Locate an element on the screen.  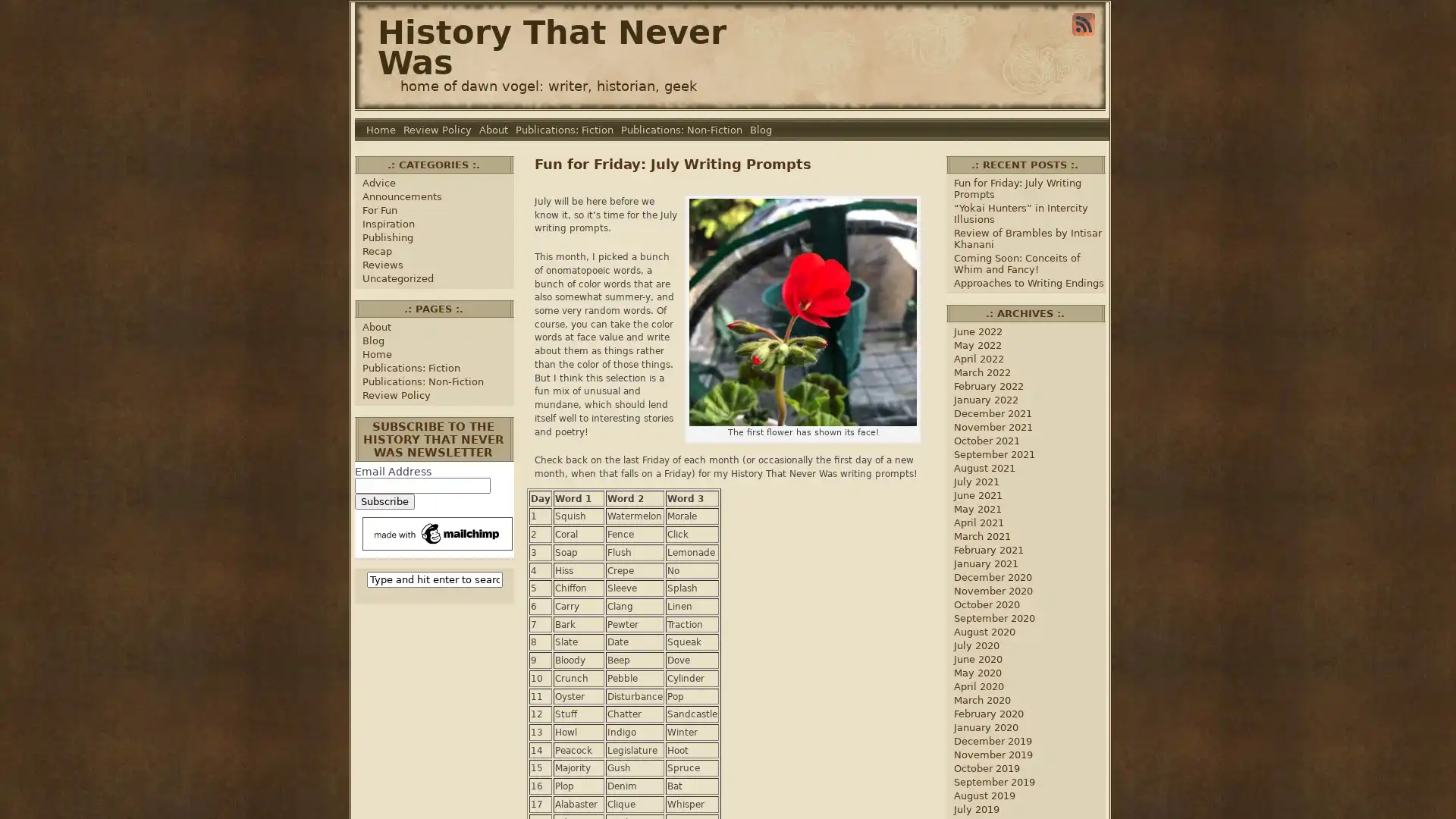
Subscribe is located at coordinates (384, 501).